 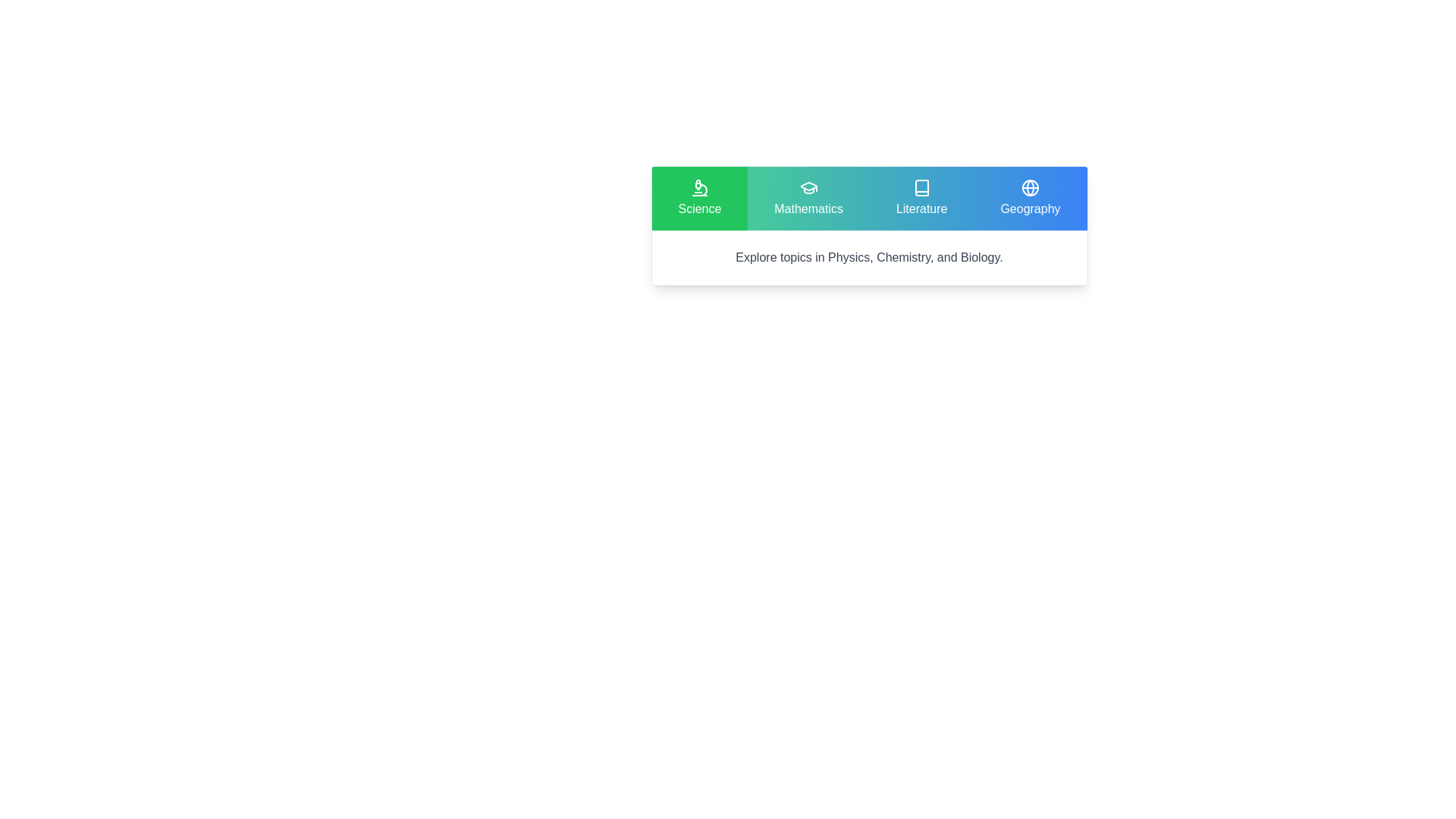 I want to click on the green rectangular button with a microscope icon and the text 'Science', so click(x=698, y=198).